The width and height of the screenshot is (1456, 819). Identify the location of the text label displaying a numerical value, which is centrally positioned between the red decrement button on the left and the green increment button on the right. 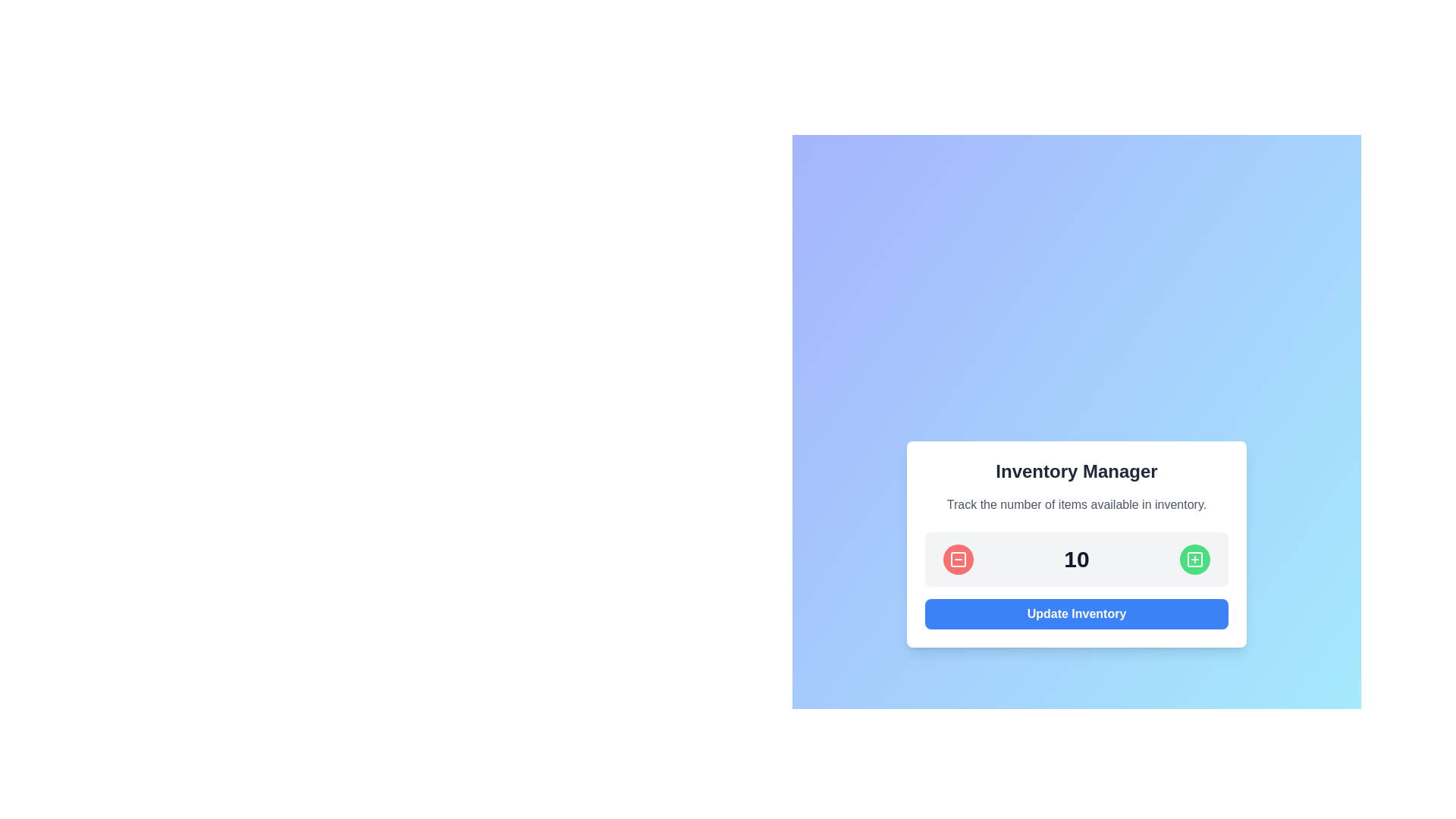
(1076, 559).